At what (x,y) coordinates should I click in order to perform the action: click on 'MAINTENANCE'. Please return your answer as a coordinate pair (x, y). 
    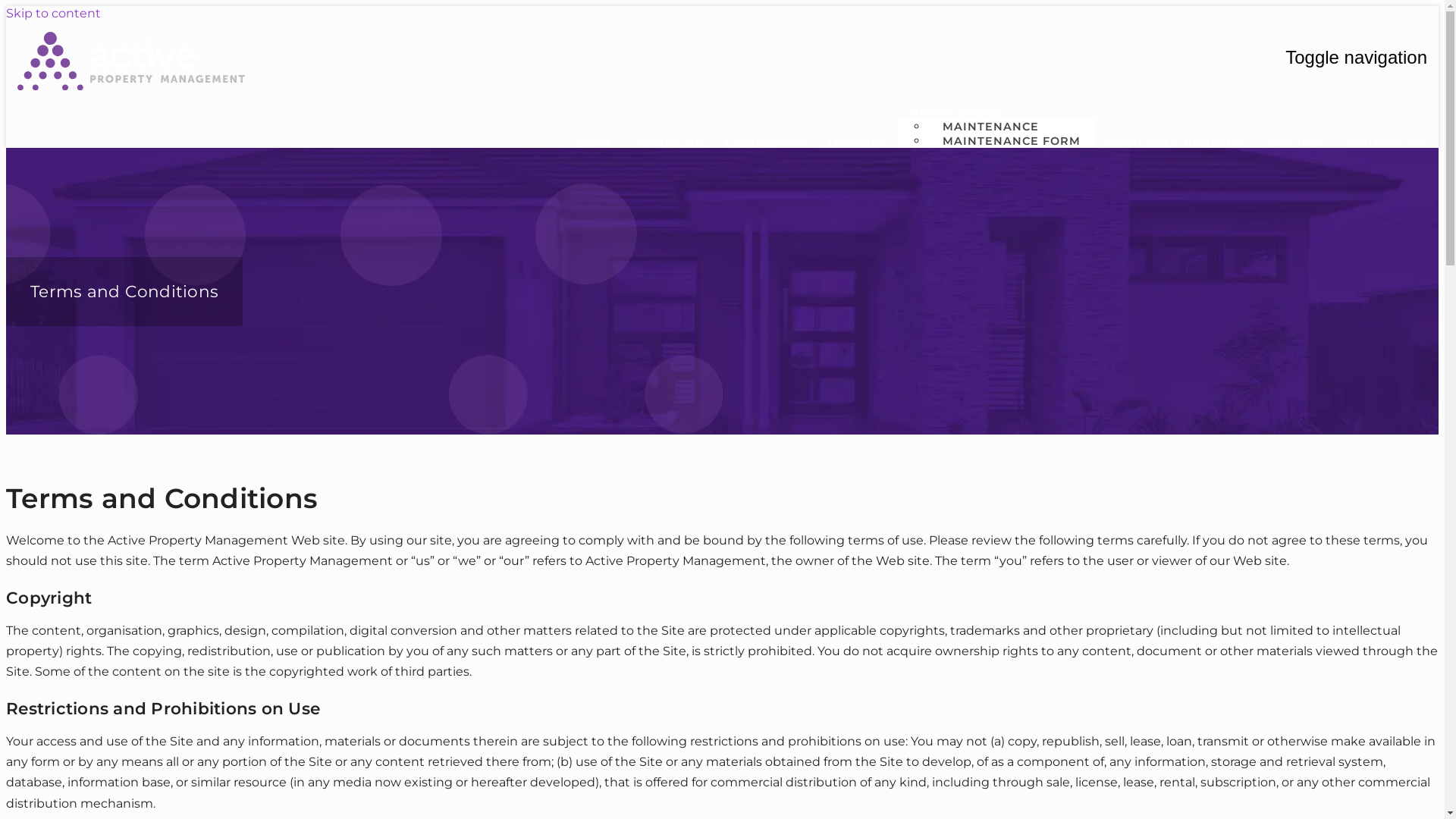
    Looking at the image, I should click on (990, 125).